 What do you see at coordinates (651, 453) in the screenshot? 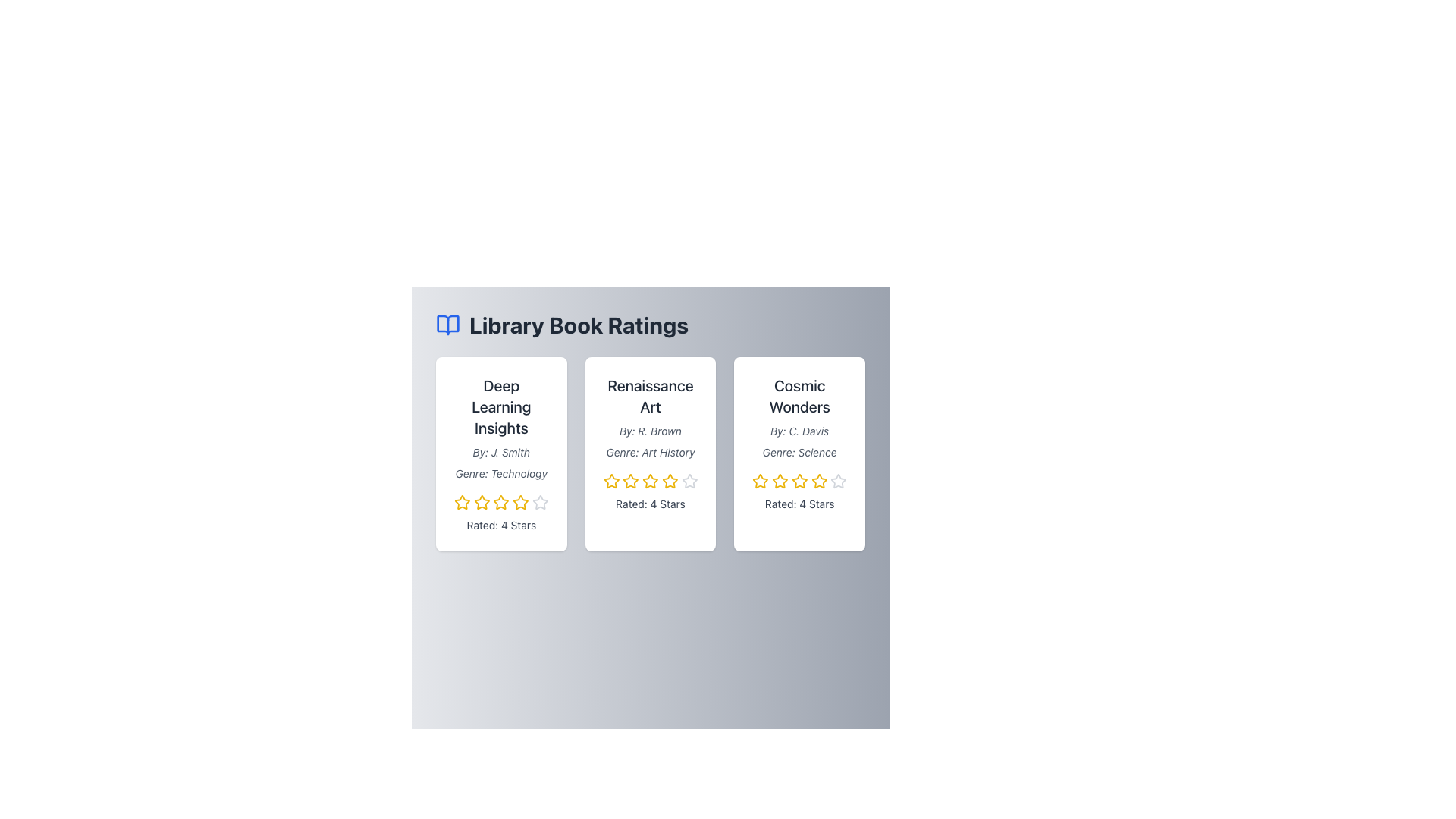
I see `the central book card in the grid layout, which displays the title, author, genre, and rating` at bounding box center [651, 453].